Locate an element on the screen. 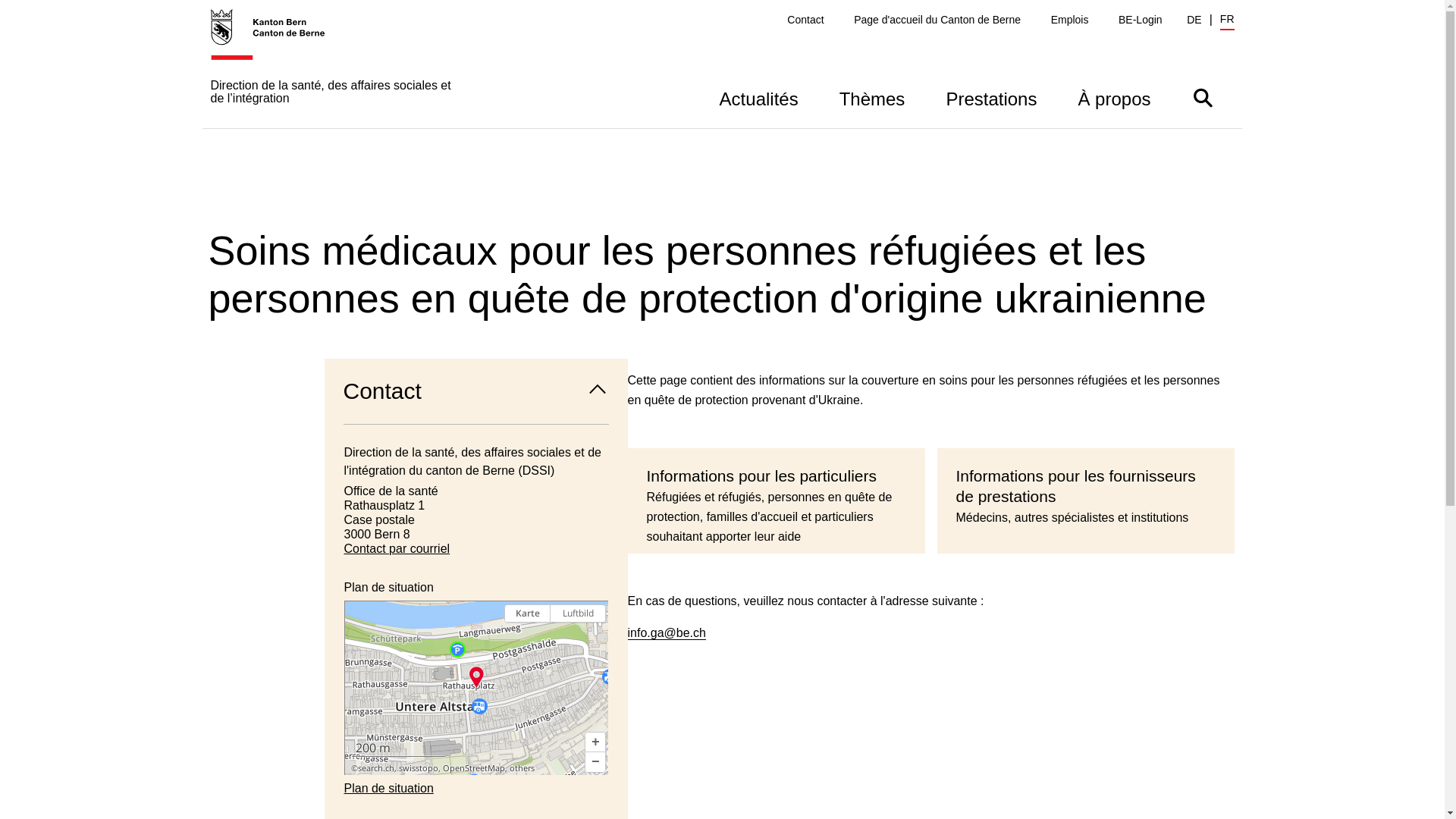 This screenshot has width=1456, height=819. 'DE' is located at coordinates (1193, 20).